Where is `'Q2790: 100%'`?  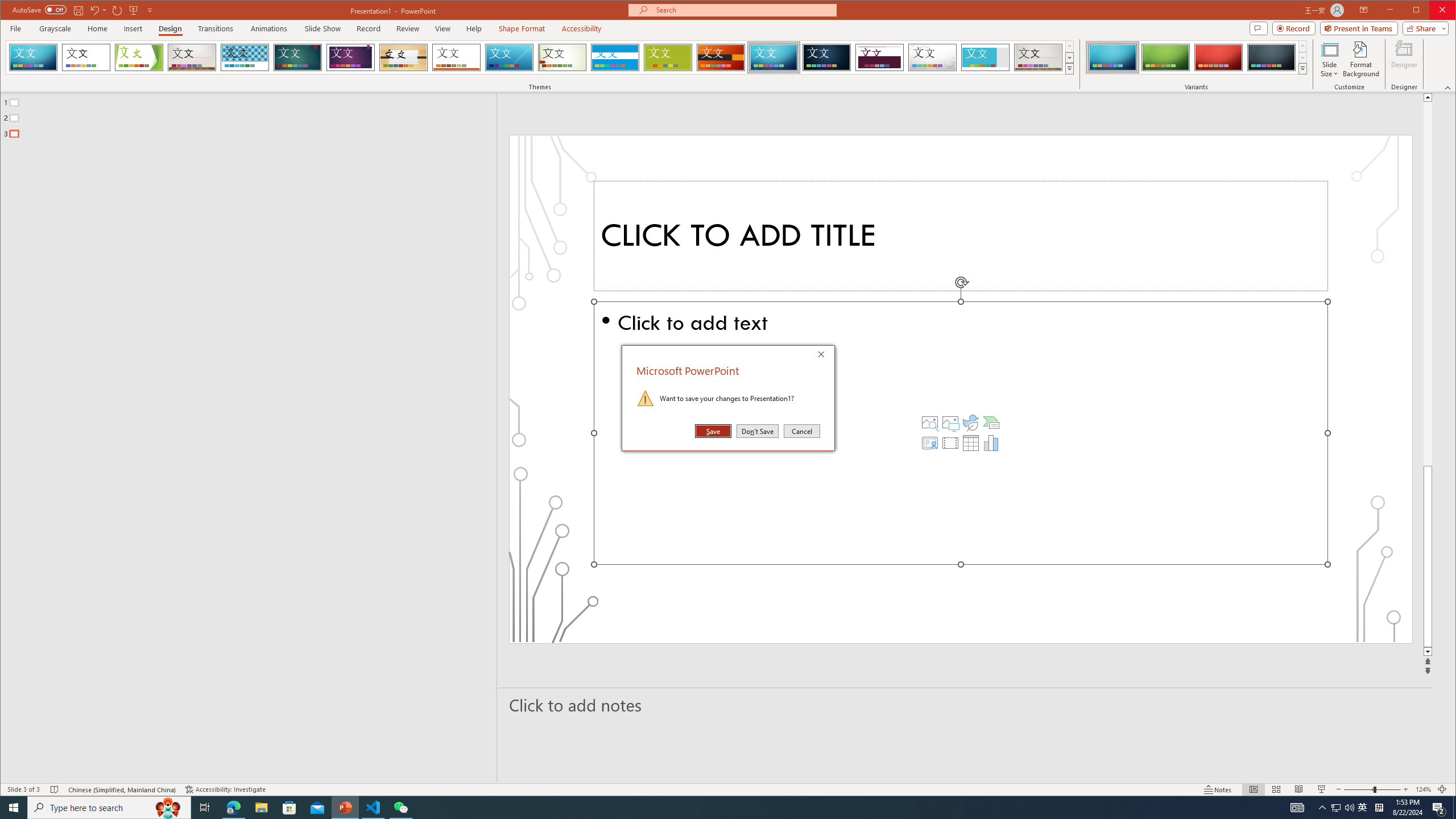
'Q2790: 100%' is located at coordinates (1349, 806).